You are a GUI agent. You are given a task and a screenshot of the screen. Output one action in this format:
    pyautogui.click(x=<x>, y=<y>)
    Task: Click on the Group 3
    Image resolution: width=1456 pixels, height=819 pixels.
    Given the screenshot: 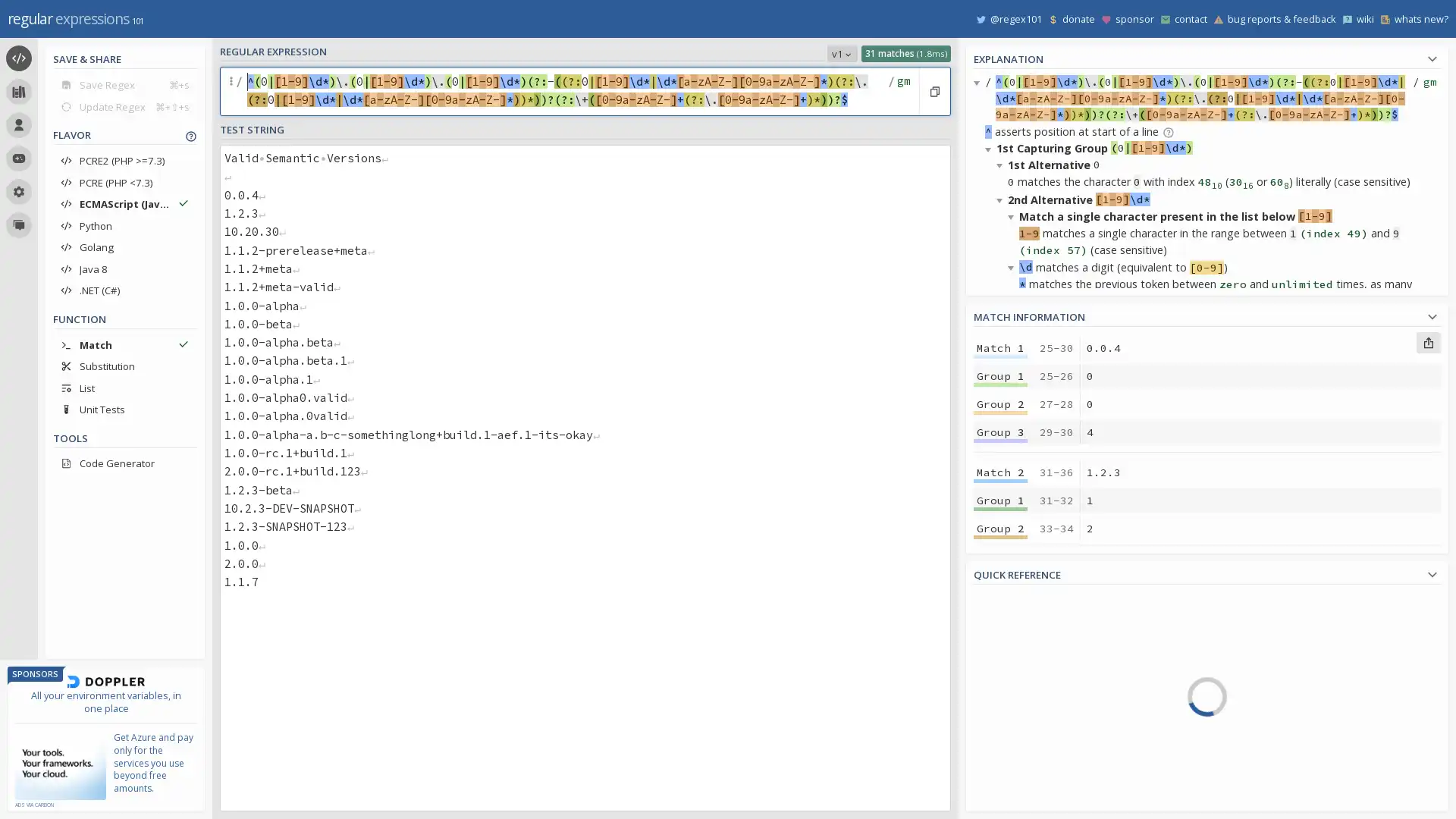 What is the action you would take?
    pyautogui.click(x=1000, y=556)
    